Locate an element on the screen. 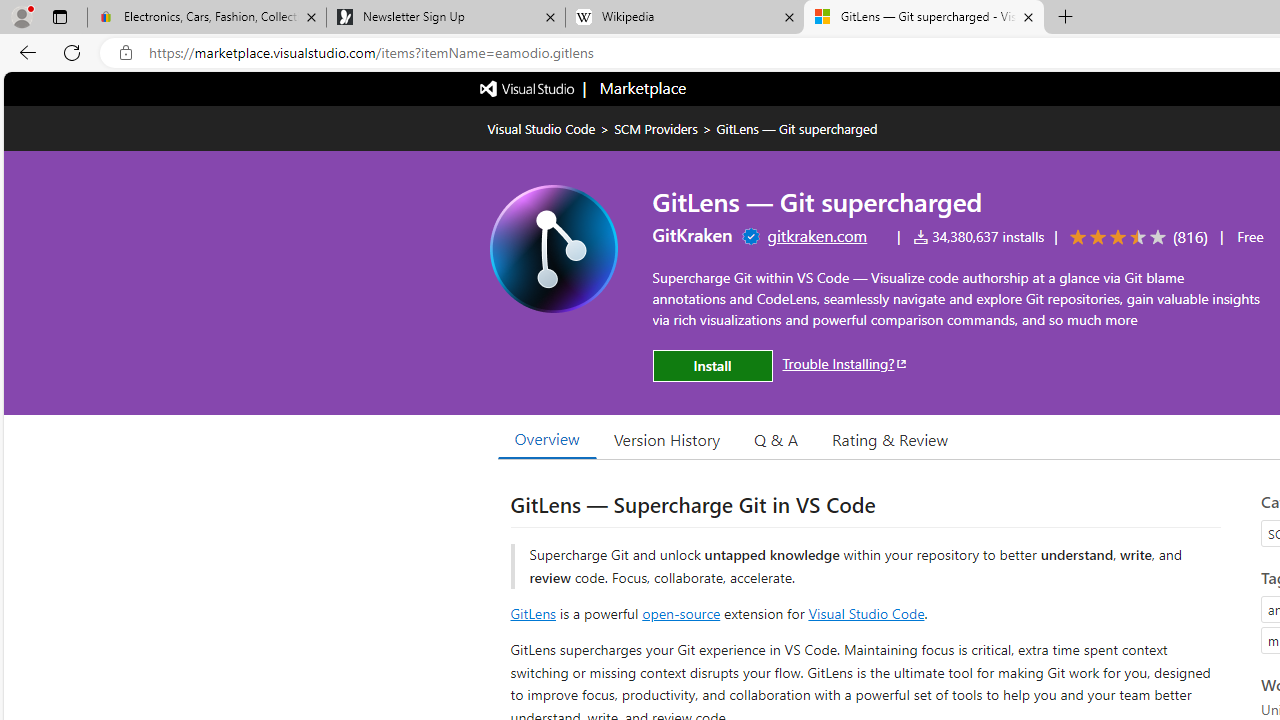  'More from GitKraken publisher' is located at coordinates (692, 234).